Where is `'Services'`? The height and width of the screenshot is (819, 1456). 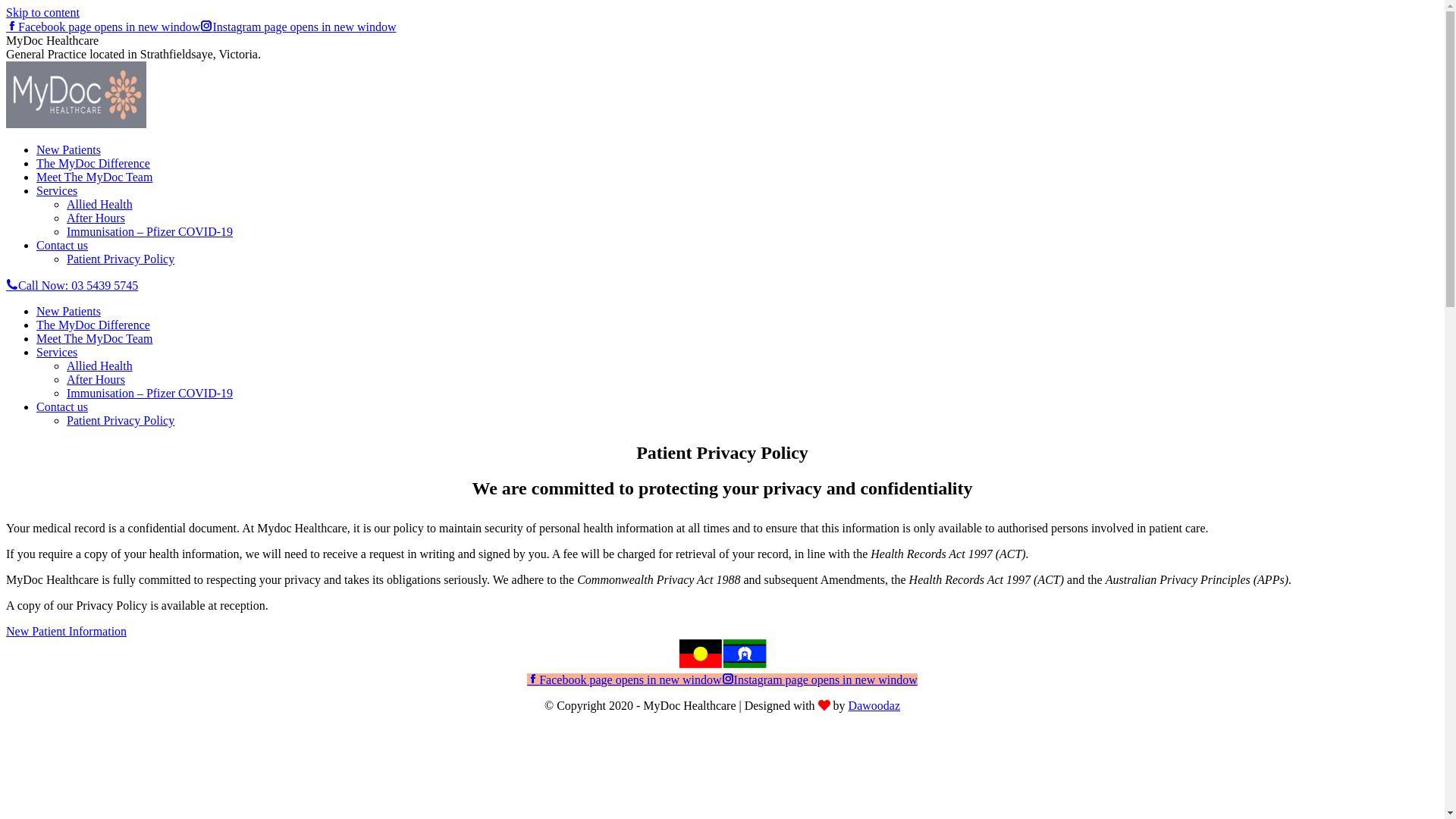
'Services' is located at coordinates (57, 190).